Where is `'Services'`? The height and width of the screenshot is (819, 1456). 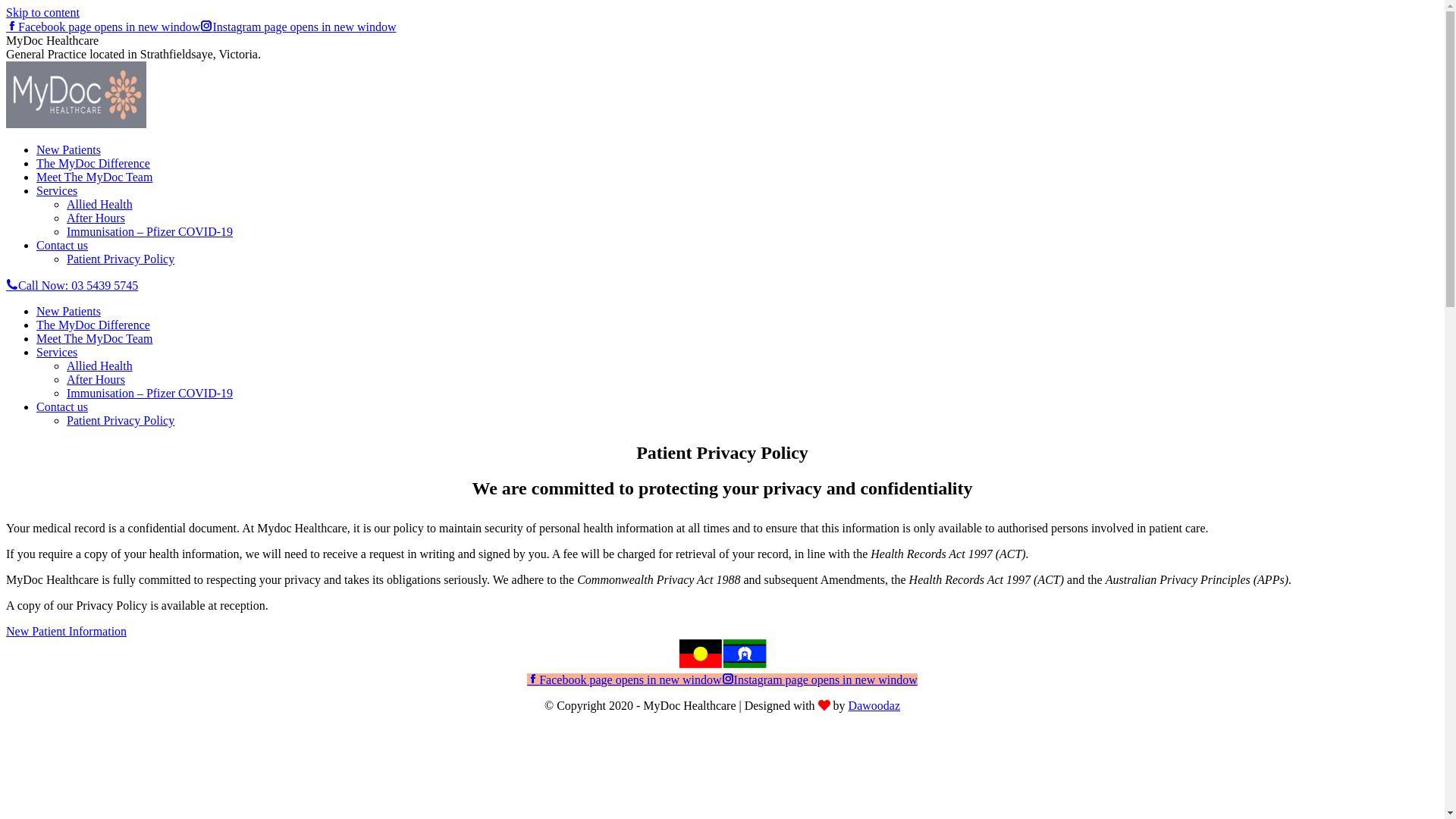
'Services' is located at coordinates (57, 190).